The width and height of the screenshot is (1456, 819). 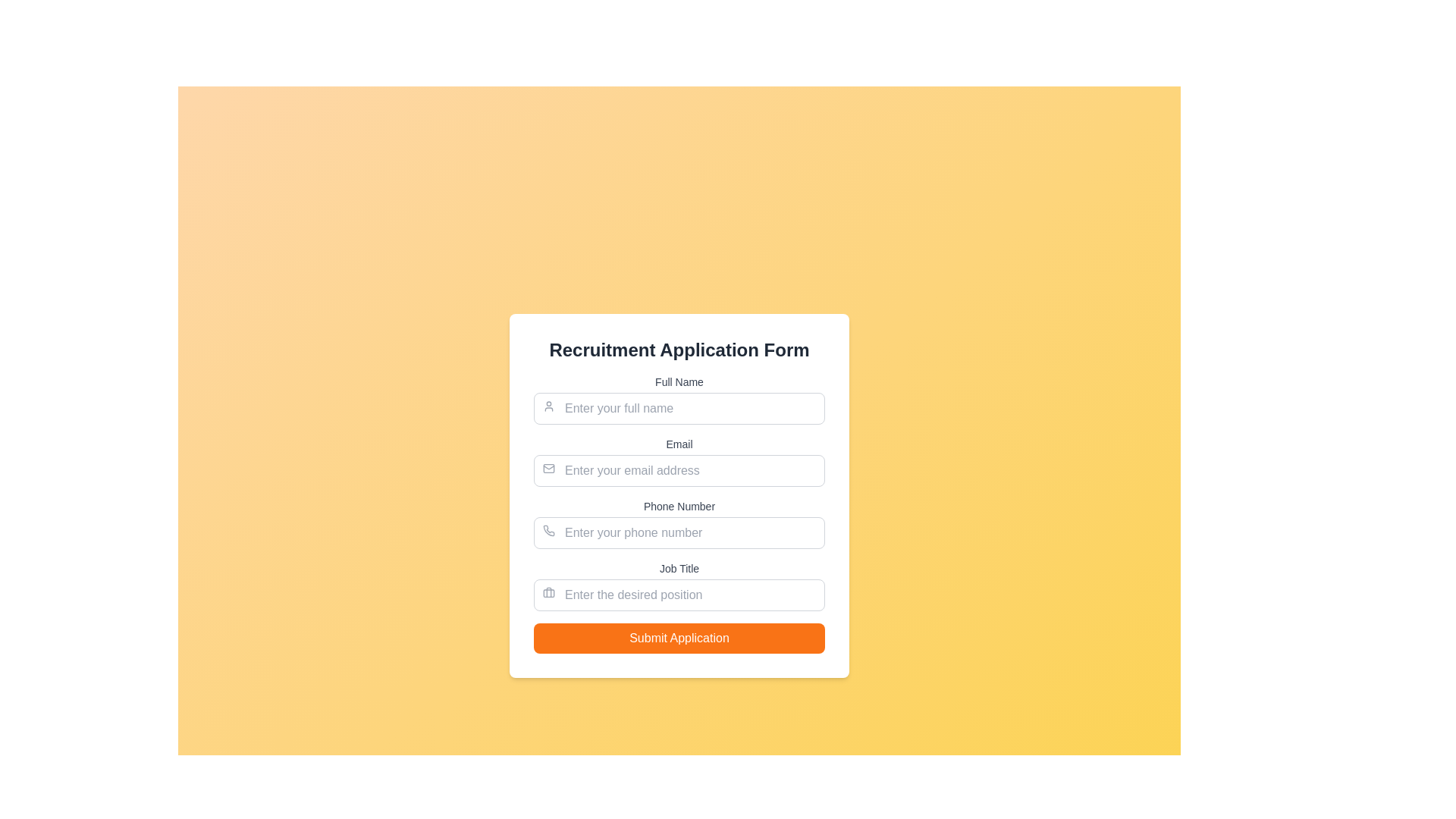 I want to click on the icon representing the phone number input field, which is positioned on the left side of the input field, so click(x=548, y=529).